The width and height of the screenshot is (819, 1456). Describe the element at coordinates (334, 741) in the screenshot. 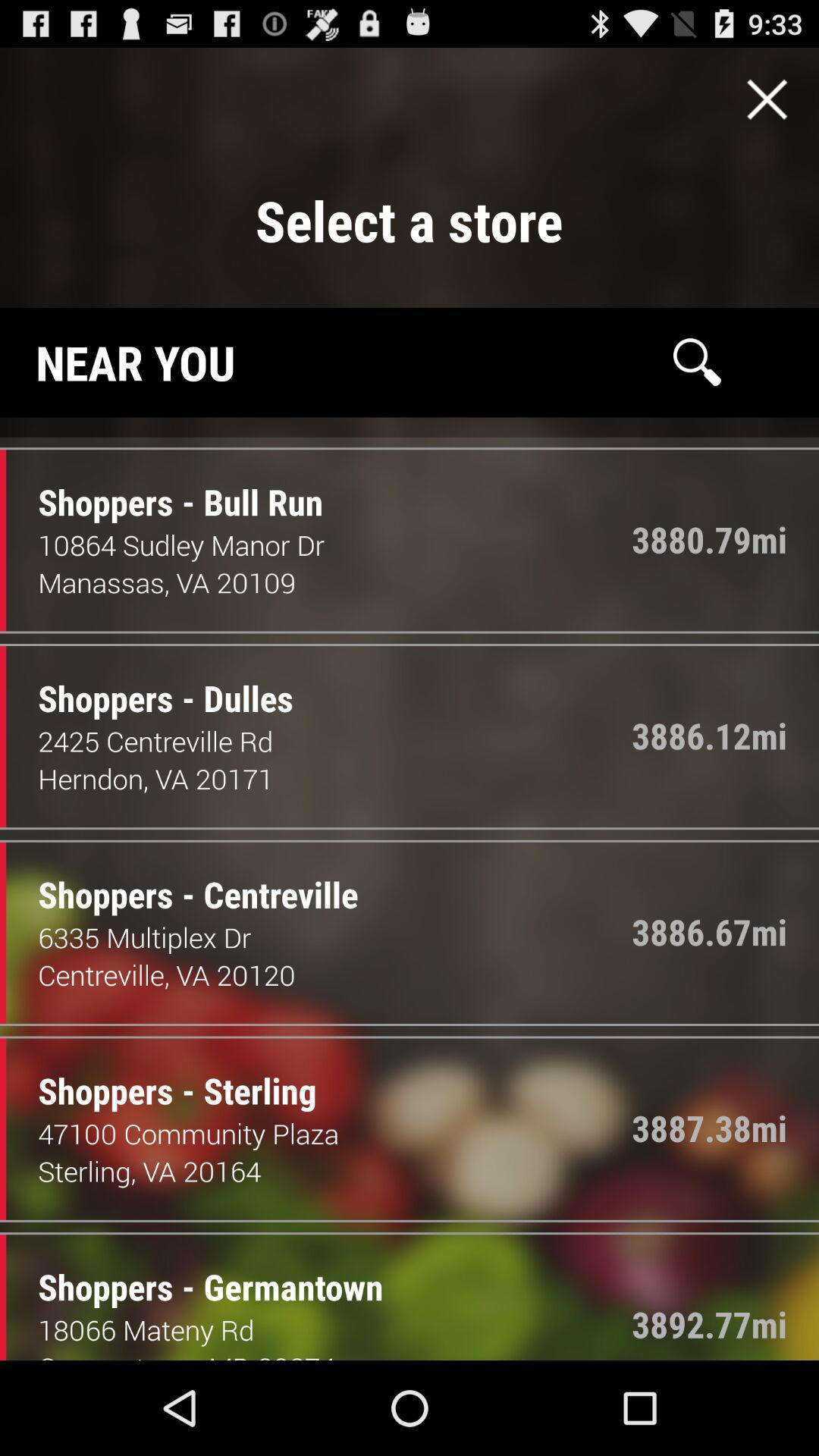

I see `2425 centreville rd item` at that location.